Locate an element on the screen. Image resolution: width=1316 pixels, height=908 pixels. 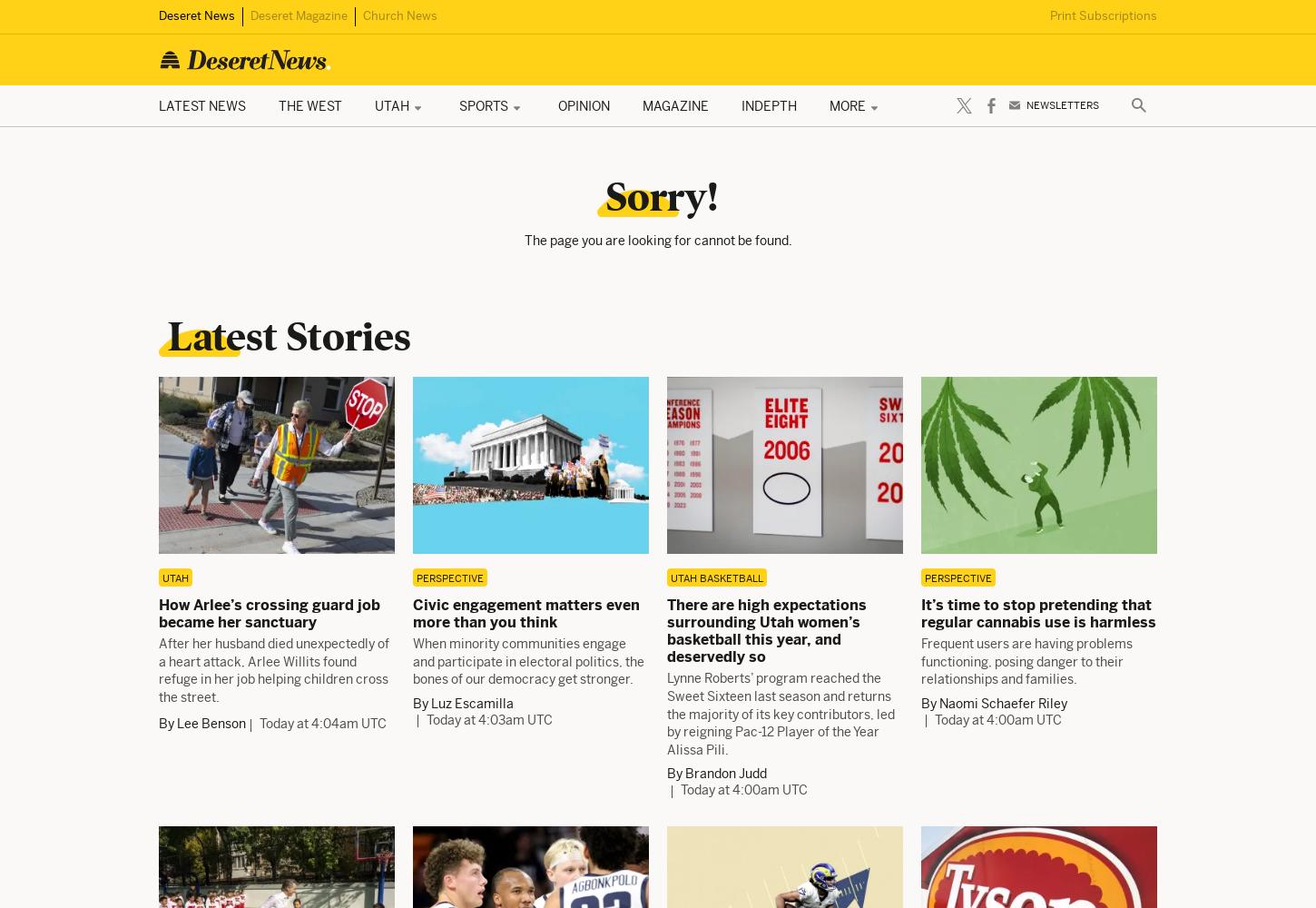
'INDEPTH' is located at coordinates (768, 104).